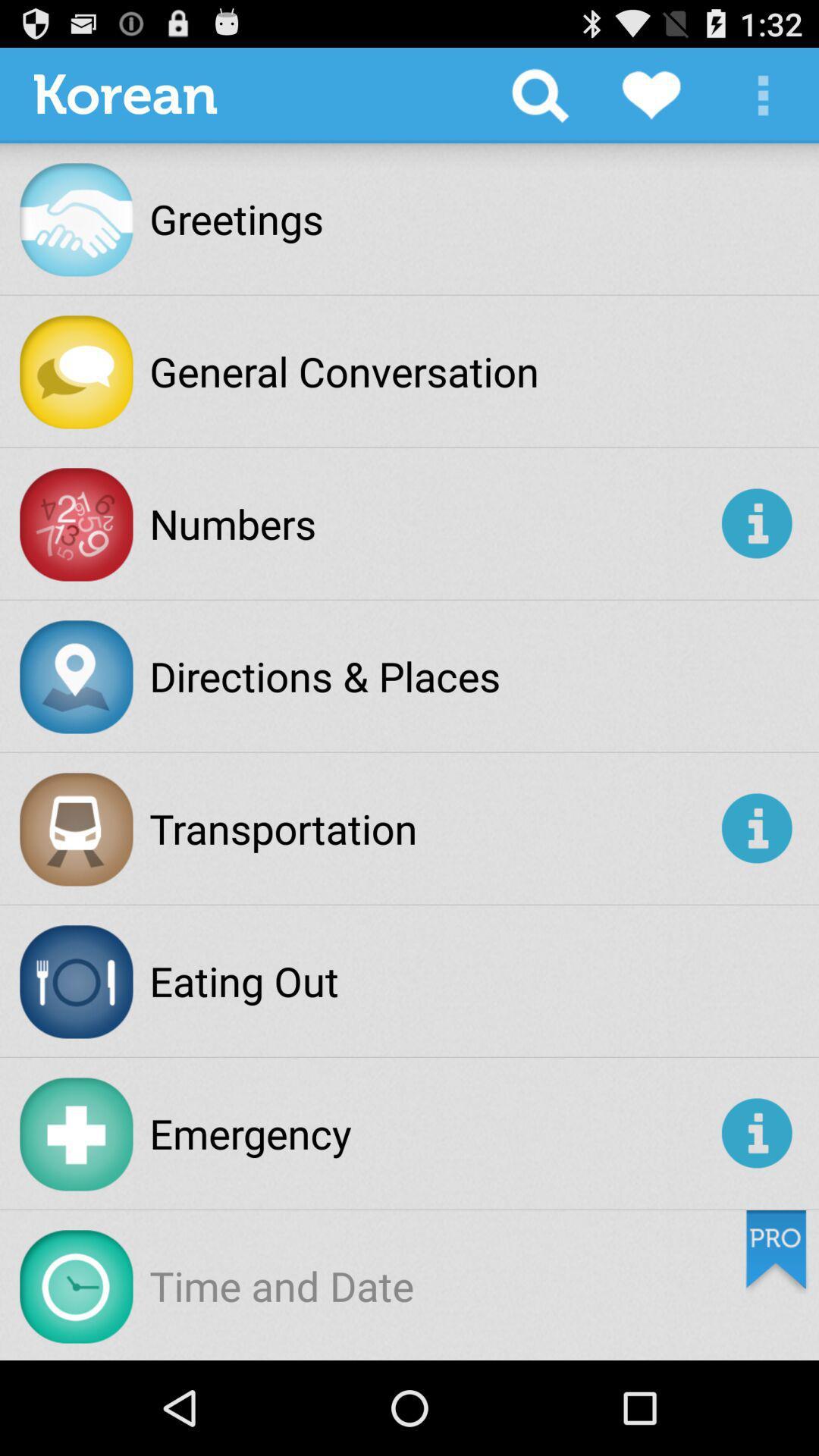 This screenshot has height=1456, width=819. What do you see at coordinates (324, 675) in the screenshot?
I see `the directions & places` at bounding box center [324, 675].